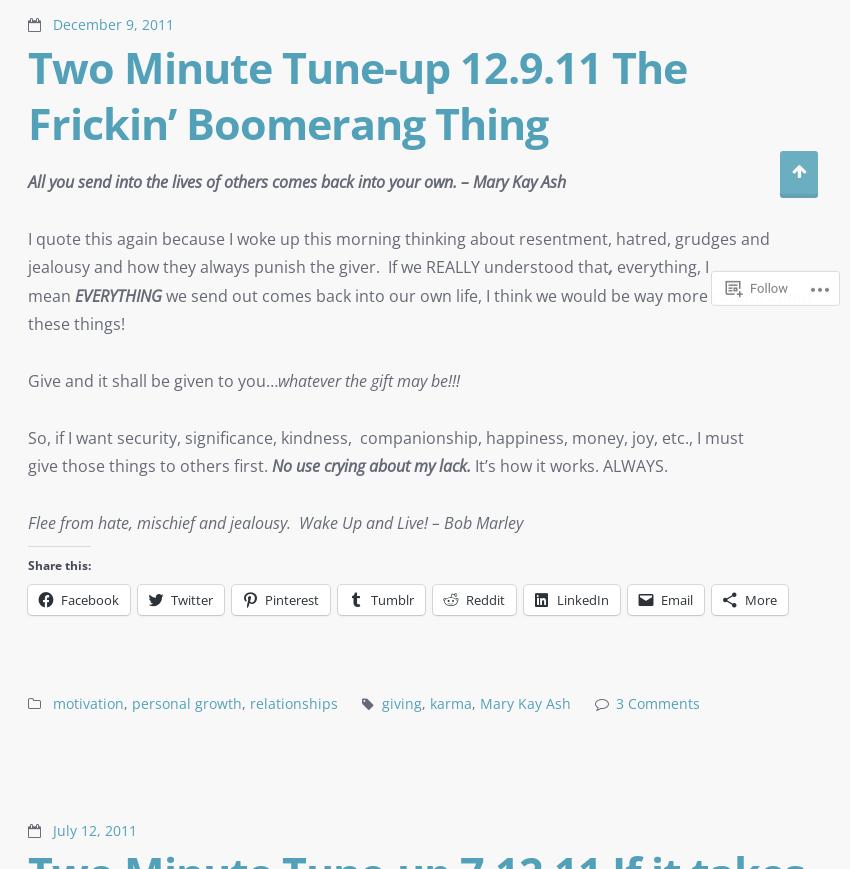 The image size is (850, 869). What do you see at coordinates (130, 703) in the screenshot?
I see `'personal growth'` at bounding box center [130, 703].